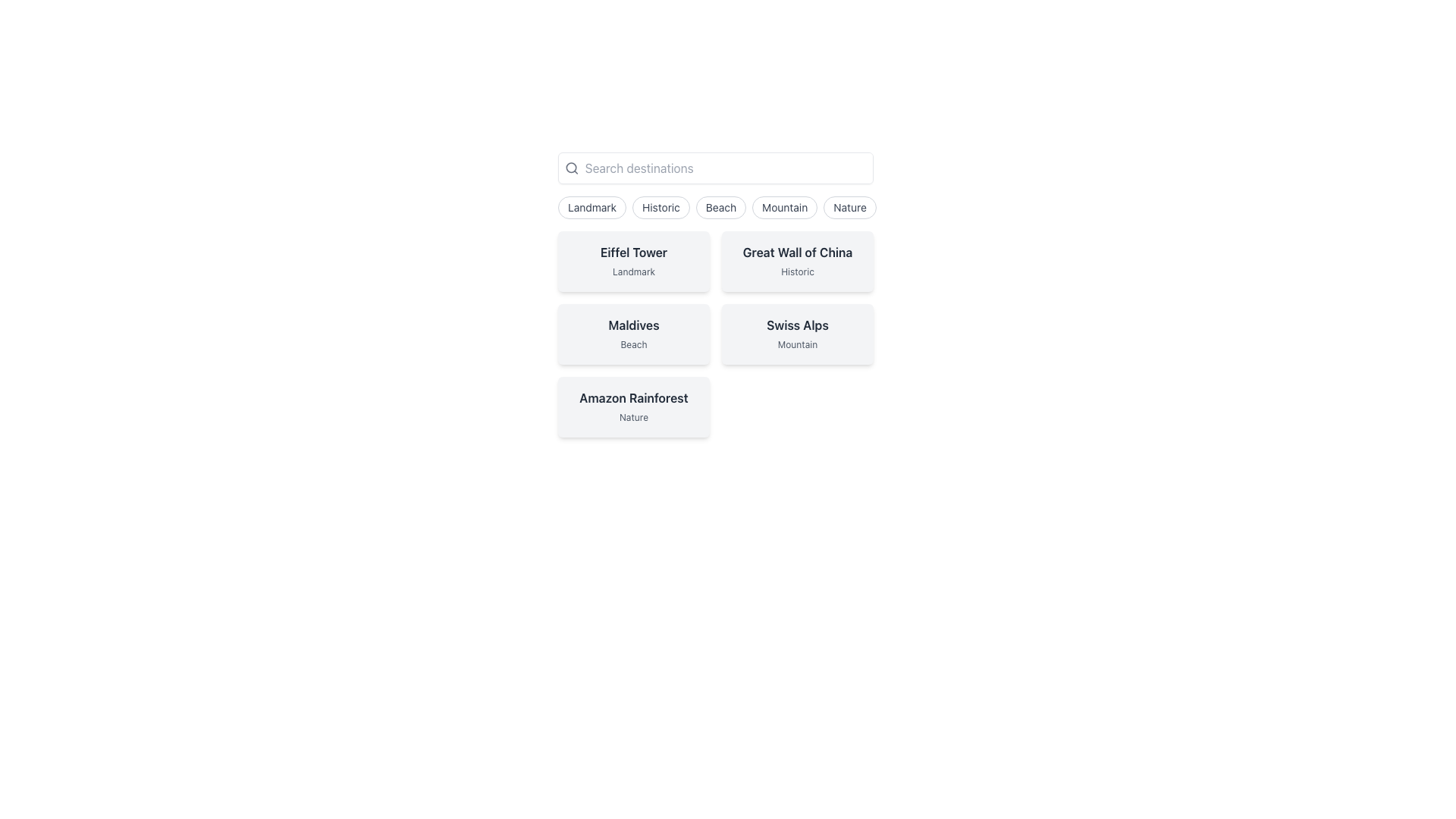  I want to click on the 'Maldives' destination card or tile located in the middle-left cell of the 2nd row in the grid, so click(633, 333).